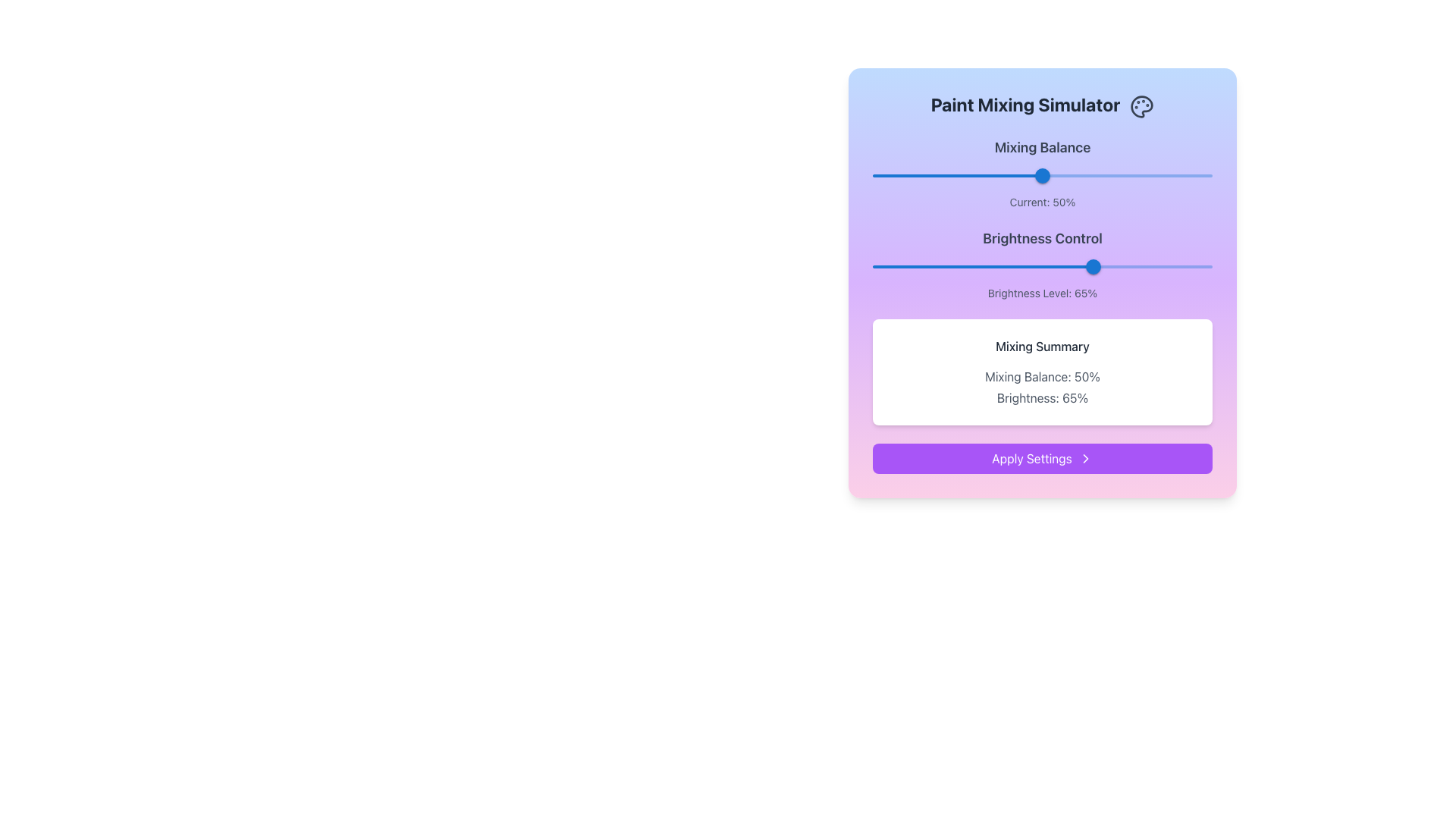  I want to click on the mixing balance, so click(1188, 174).